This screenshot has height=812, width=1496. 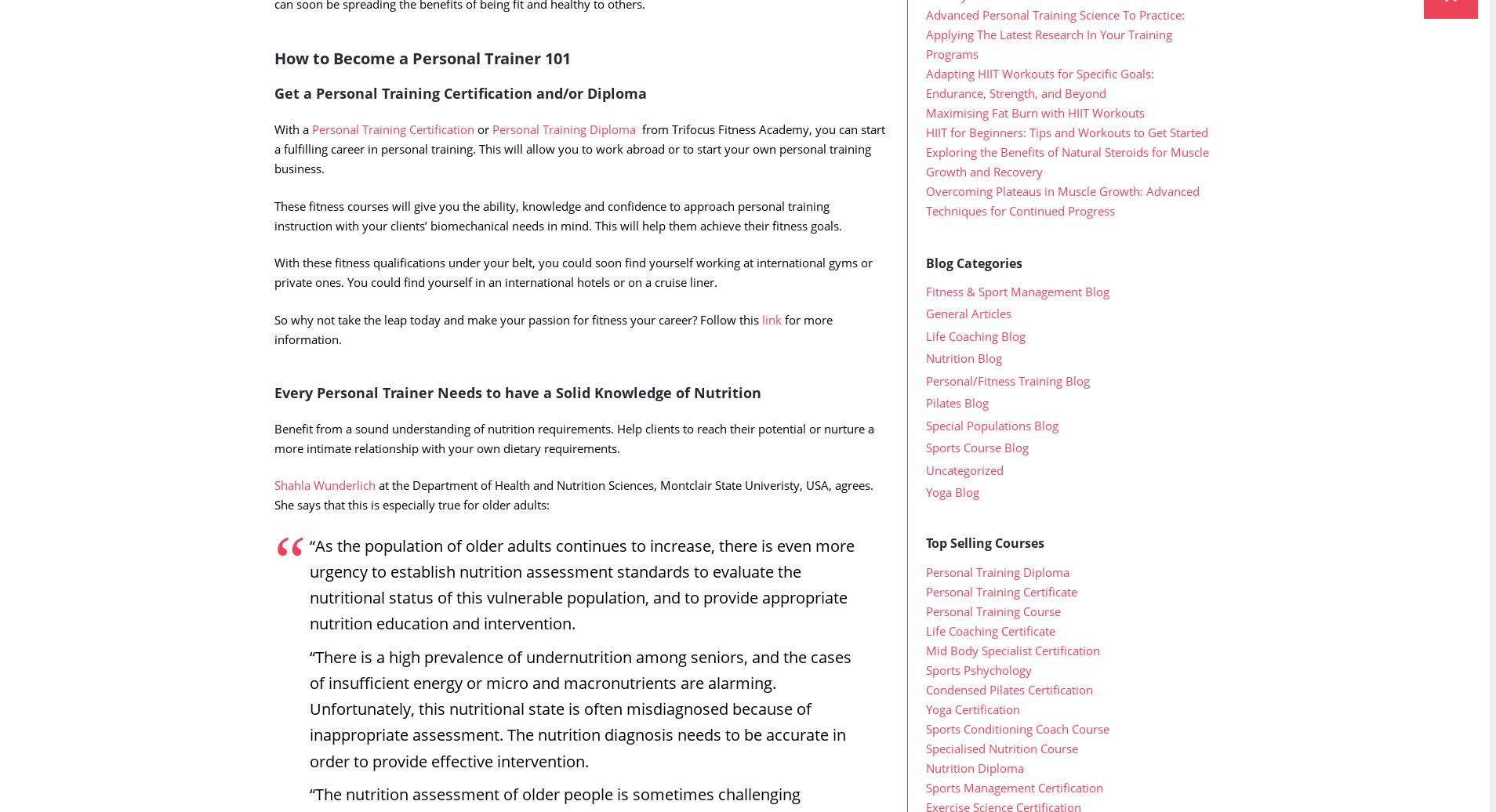 What do you see at coordinates (992, 642) in the screenshot?
I see `'Personal Training Course'` at bounding box center [992, 642].